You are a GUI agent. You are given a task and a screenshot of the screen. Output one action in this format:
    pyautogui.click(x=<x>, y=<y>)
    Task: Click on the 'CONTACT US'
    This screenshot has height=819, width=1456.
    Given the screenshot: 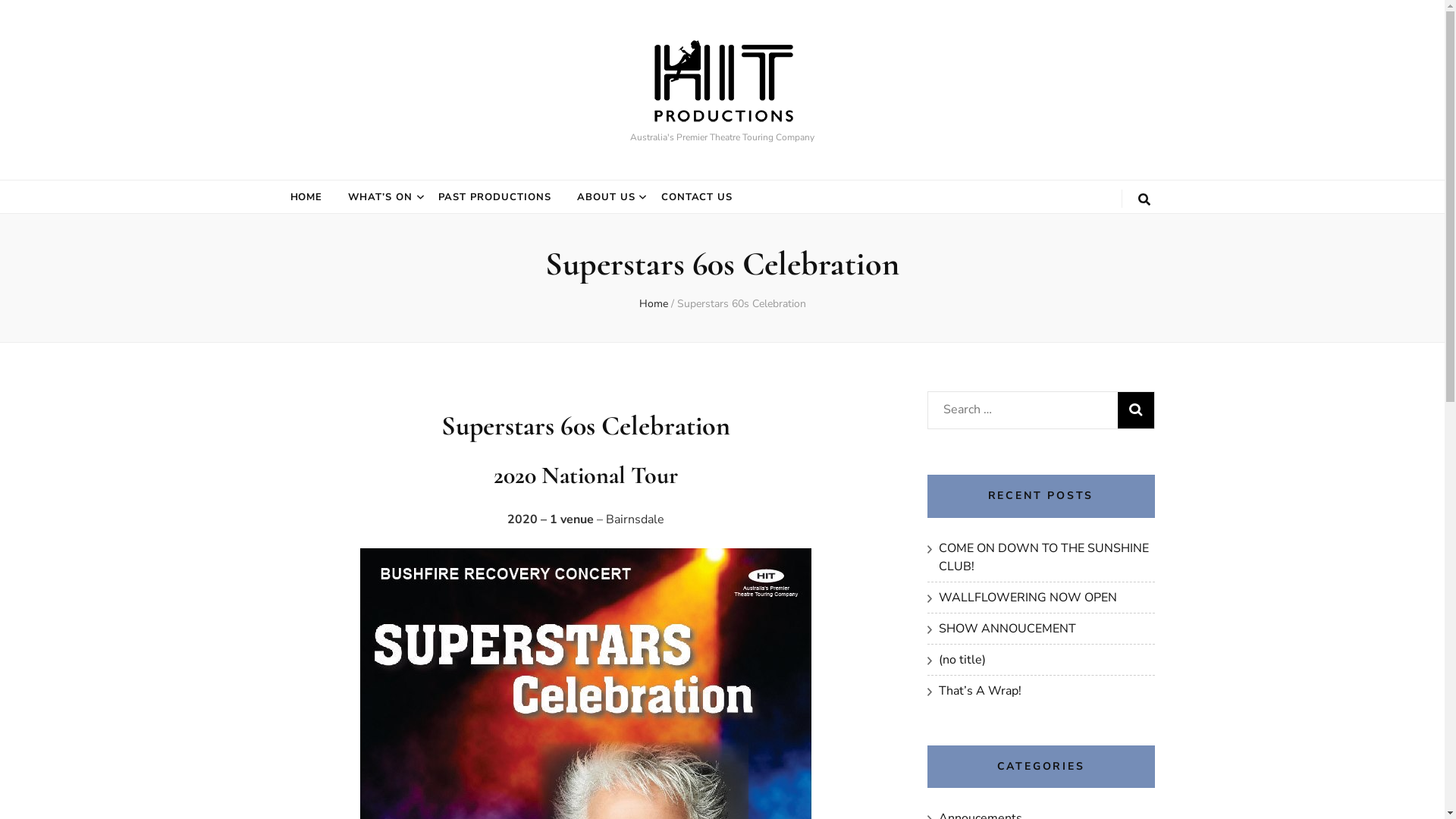 What is the action you would take?
    pyautogui.click(x=696, y=196)
    